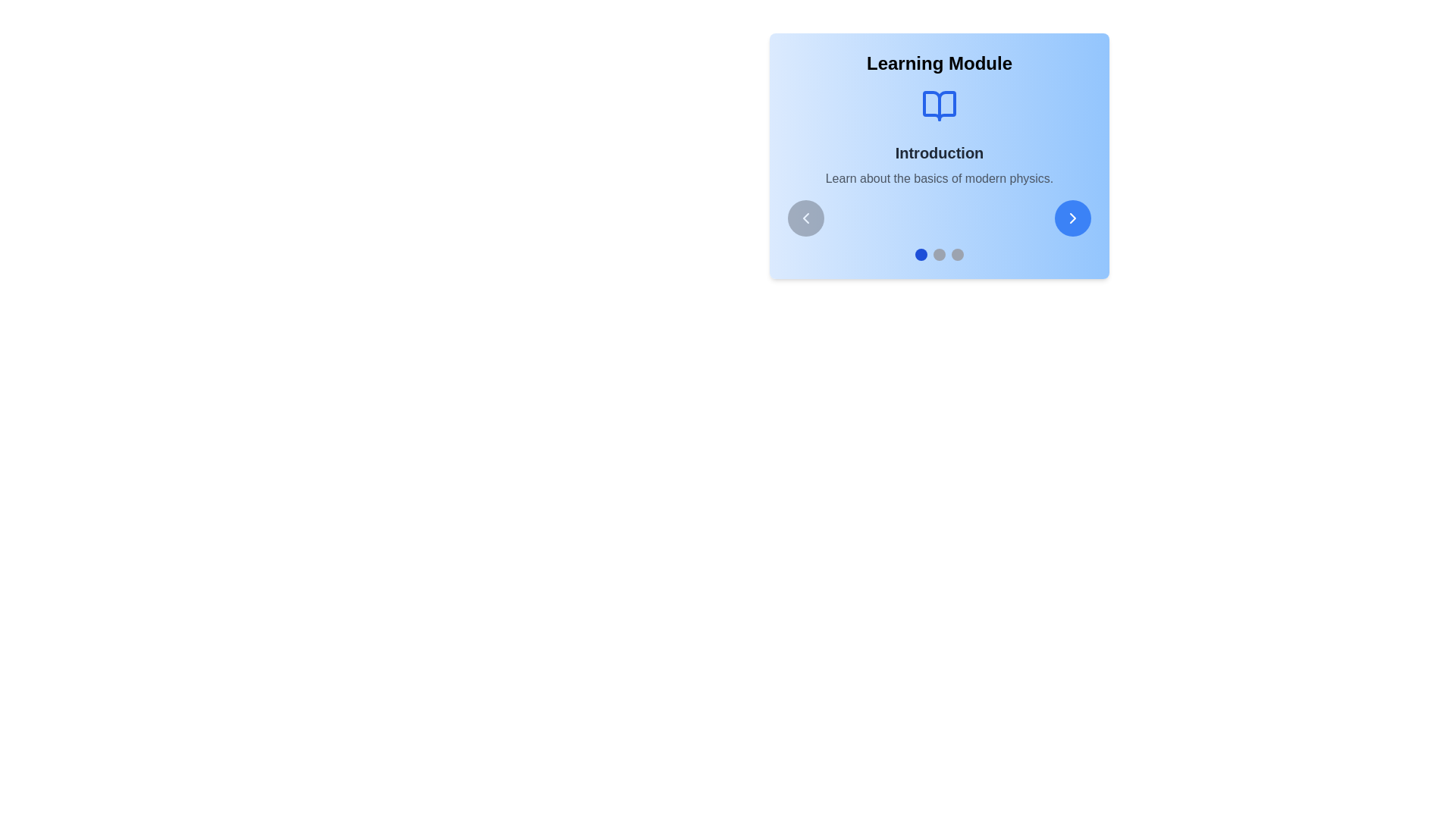 Image resolution: width=1456 pixels, height=819 pixels. Describe the element at coordinates (938, 152) in the screenshot. I see `the text label that serves as a header for the section, positioned below 'Learning Module' and an open book icon, and above a smaller text description` at that location.